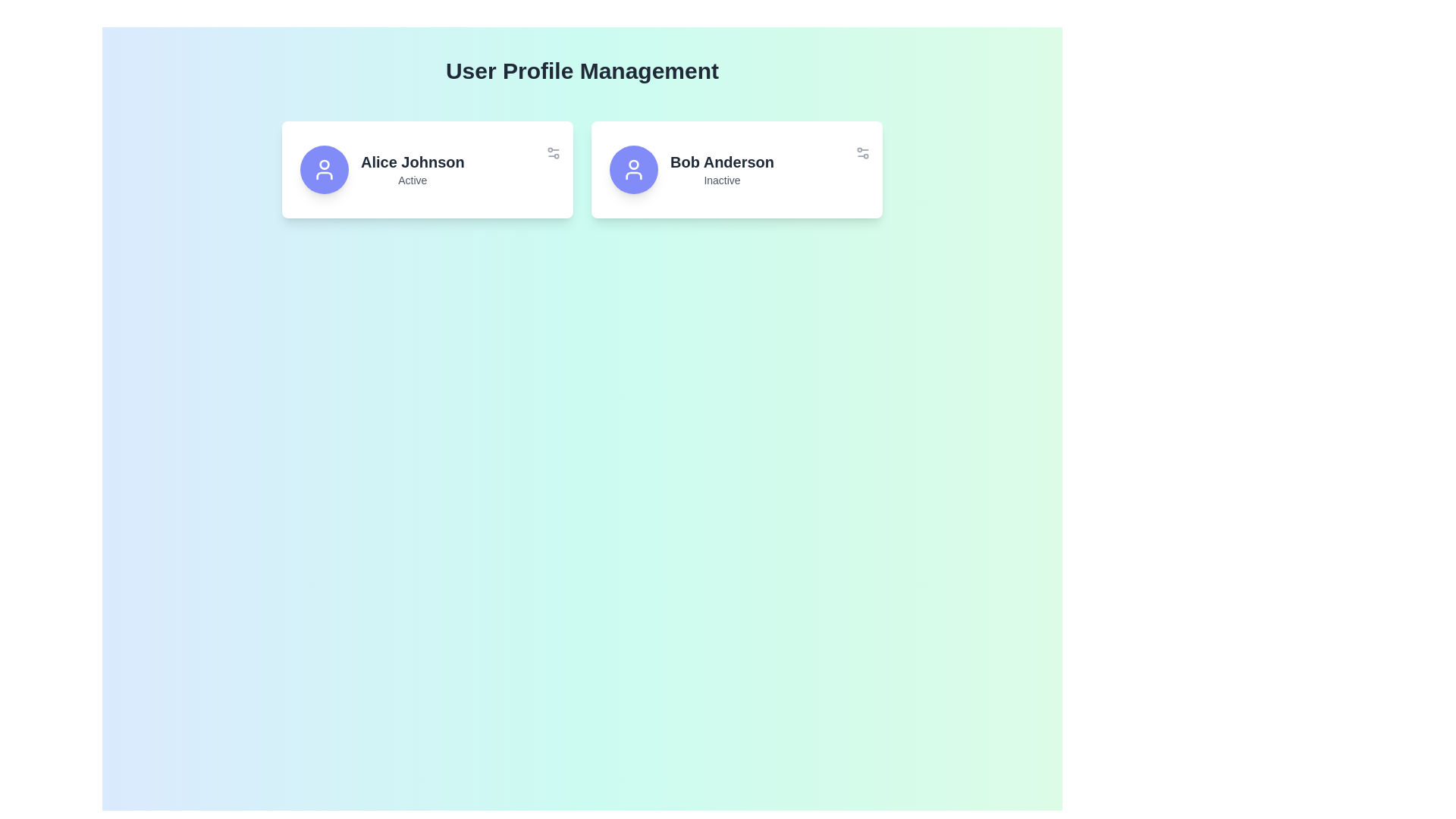 This screenshot has height=819, width=1456. I want to click on the profile icon representing user 'Bob Anderson' which is positioned at the top-left corner of the 'Inactive' card, so click(633, 169).